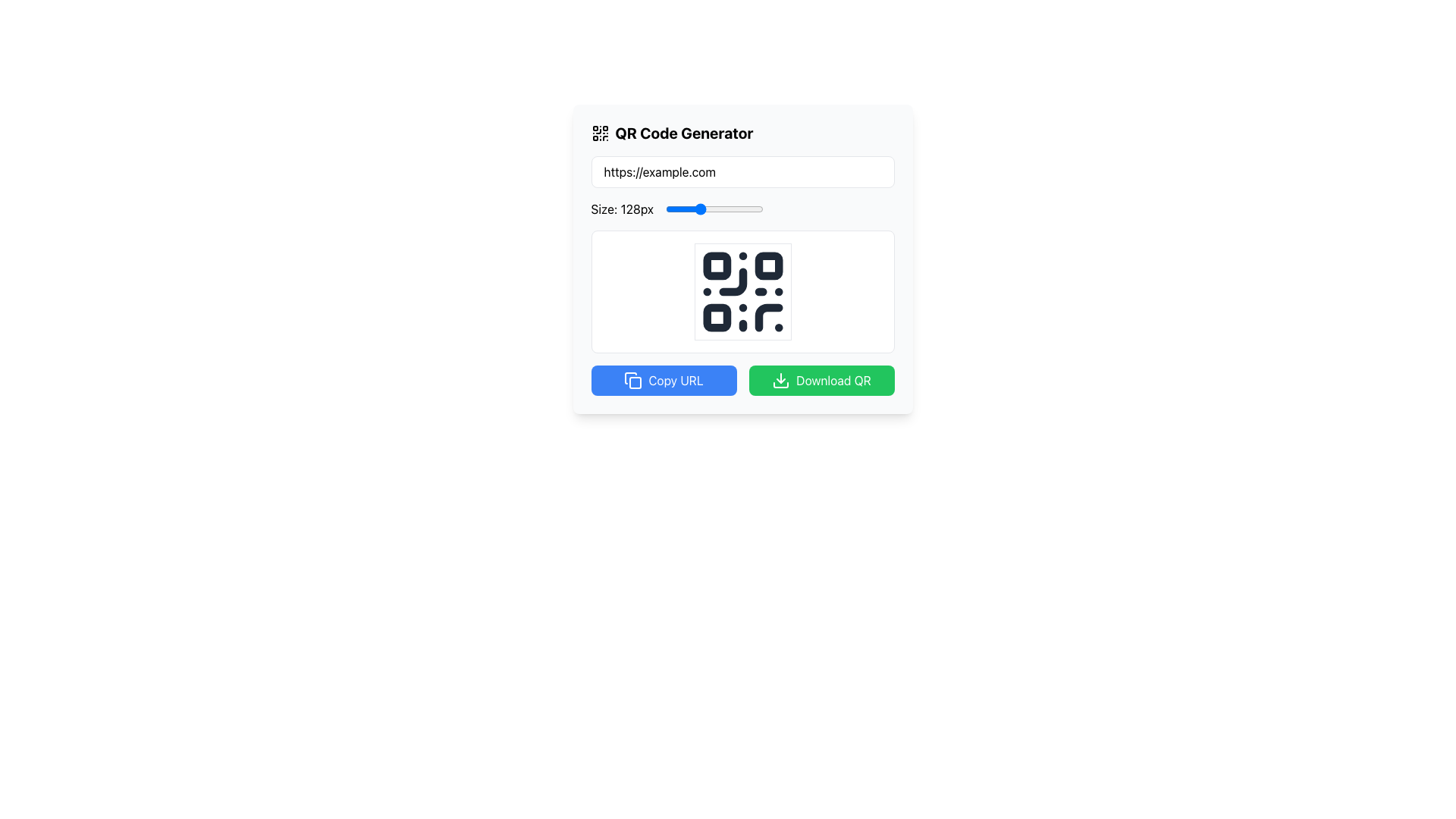  I want to click on the green 'Download QR' button with a white download icon, located below the QR code image and to the right of the blue 'Copy URL' button, so click(821, 379).